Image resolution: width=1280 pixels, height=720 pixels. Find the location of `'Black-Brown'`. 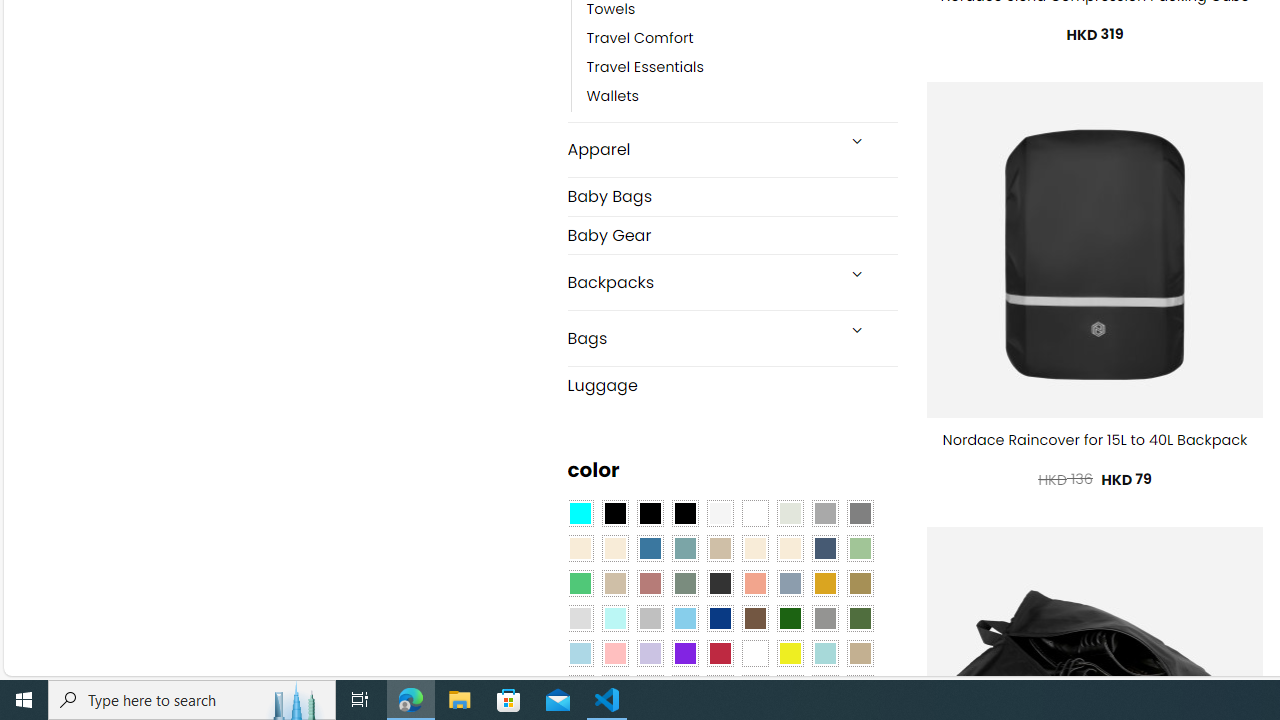

'Black-Brown' is located at coordinates (684, 513).